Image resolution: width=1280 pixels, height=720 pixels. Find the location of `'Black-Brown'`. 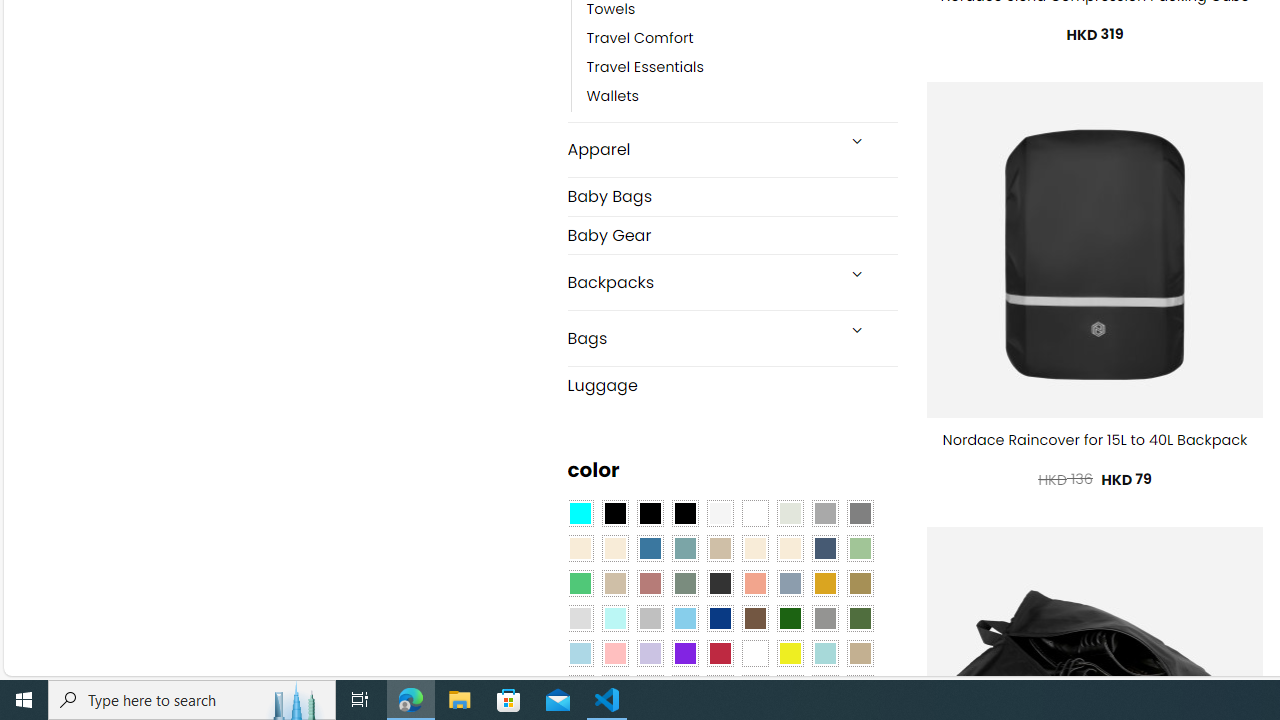

'Black-Brown' is located at coordinates (684, 513).